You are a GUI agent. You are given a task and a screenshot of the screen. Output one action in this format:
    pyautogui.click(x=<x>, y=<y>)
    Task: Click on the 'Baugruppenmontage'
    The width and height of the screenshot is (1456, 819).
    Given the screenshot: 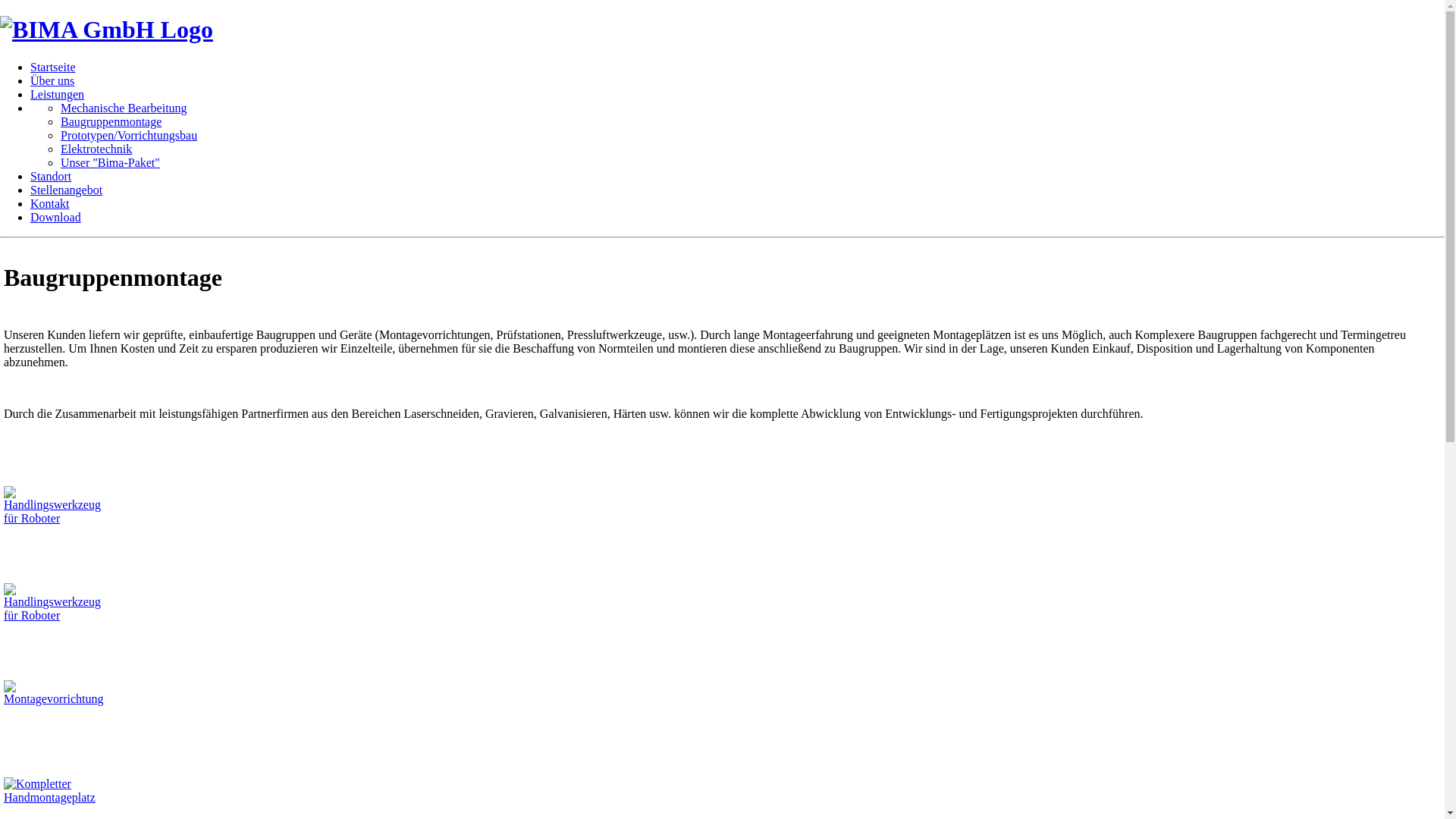 What is the action you would take?
    pyautogui.click(x=110, y=121)
    